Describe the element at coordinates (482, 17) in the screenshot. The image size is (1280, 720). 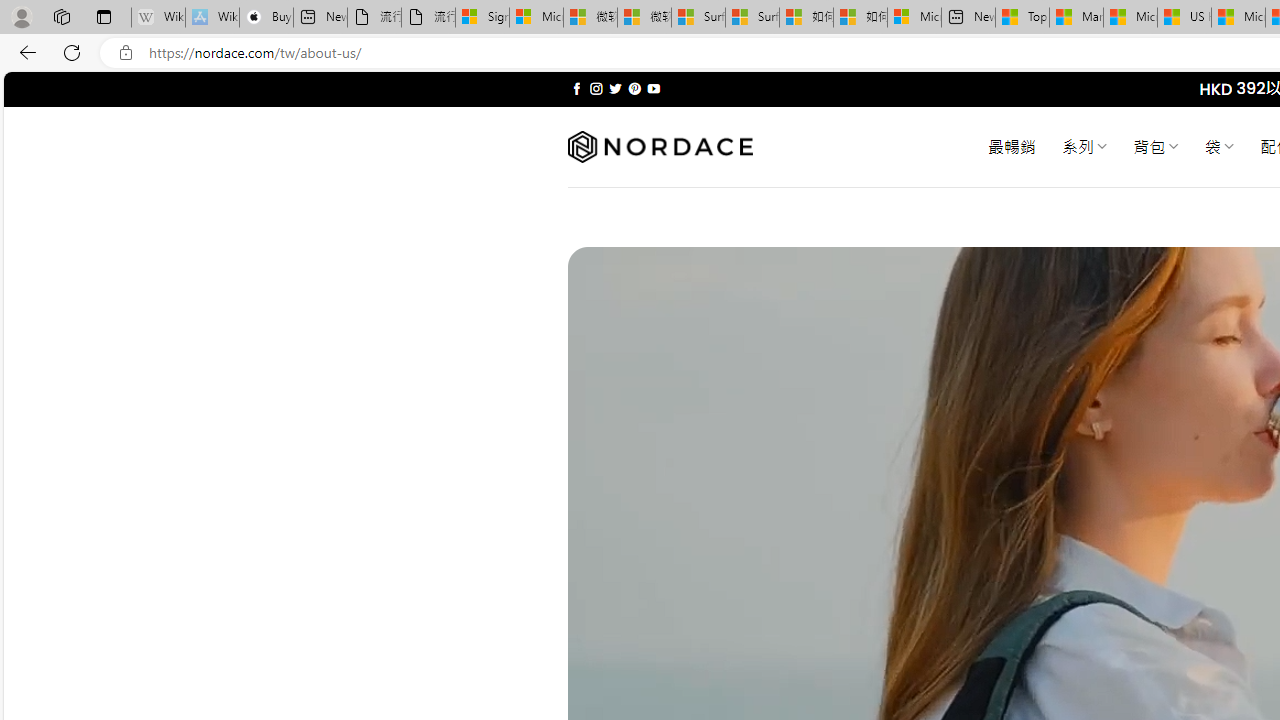
I see `'Sign in to your Microsoft account'` at that location.